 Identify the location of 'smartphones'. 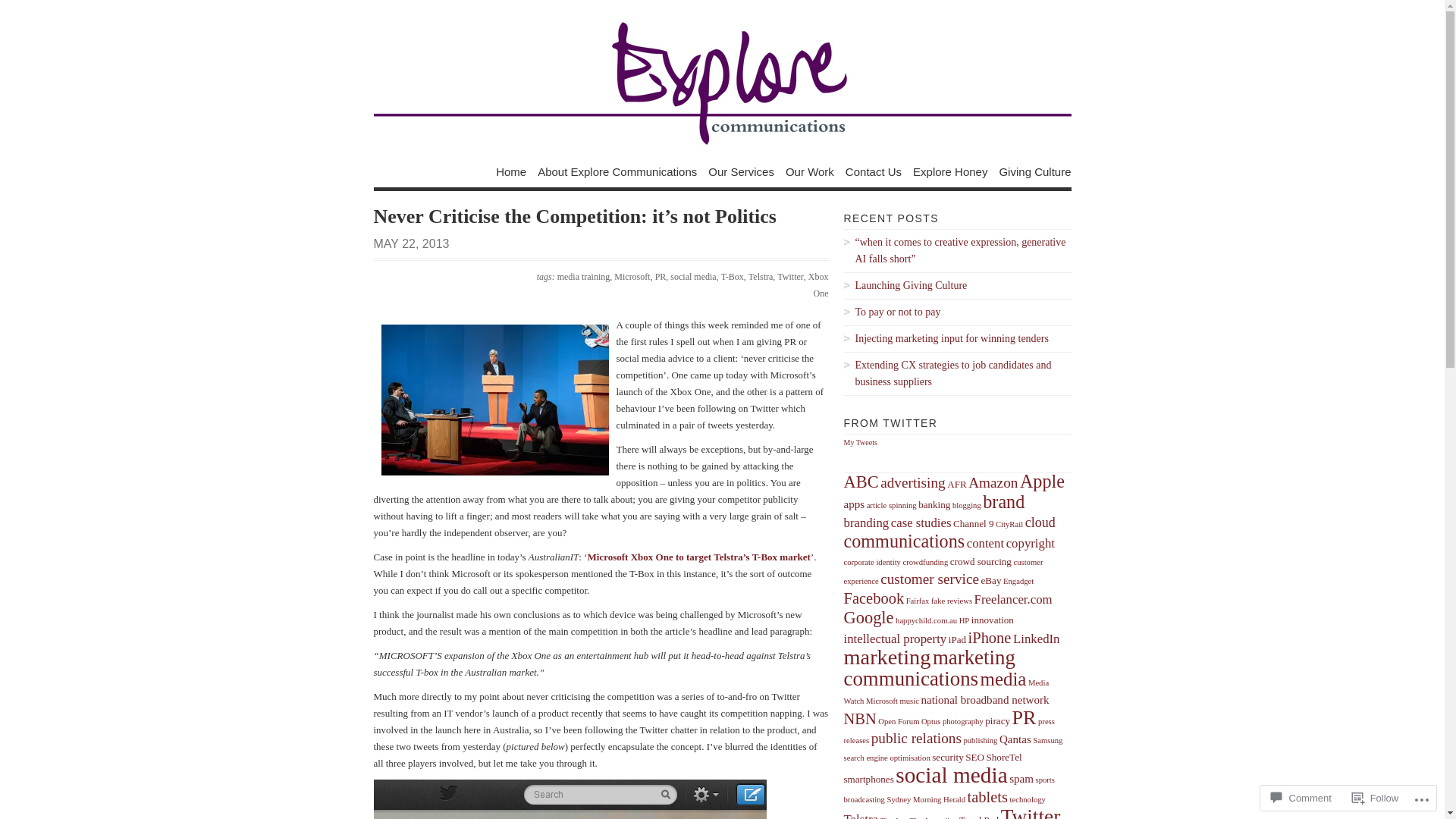
(868, 779).